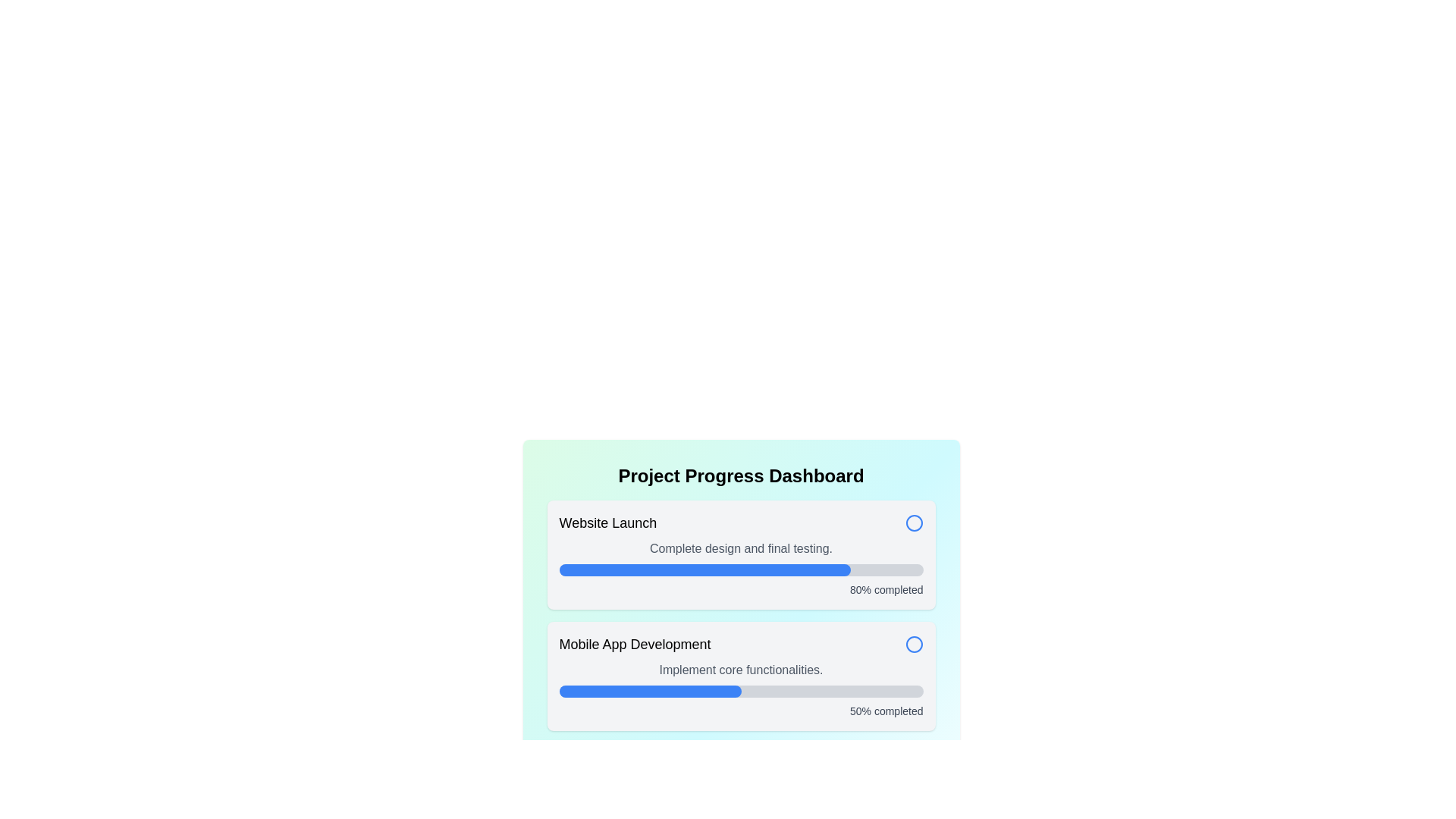 This screenshot has height=819, width=1456. What do you see at coordinates (741, 669) in the screenshot?
I see `text label that displays 'Implement core functionalities.' which is styled in a medium-sized, gray font and is located within the progress tracker card for the 'Mobile App Development' task` at bounding box center [741, 669].